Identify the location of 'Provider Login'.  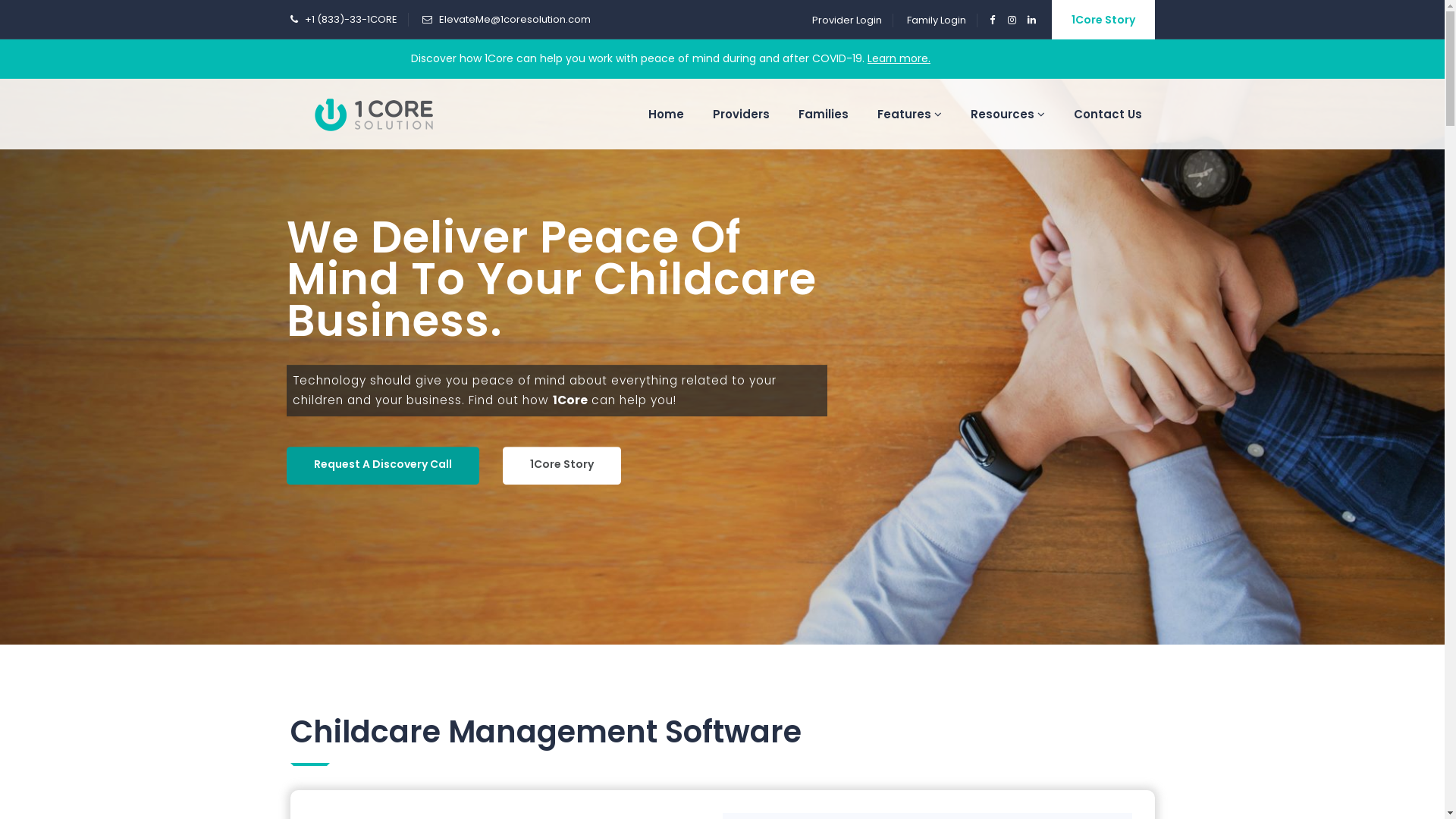
(846, 20).